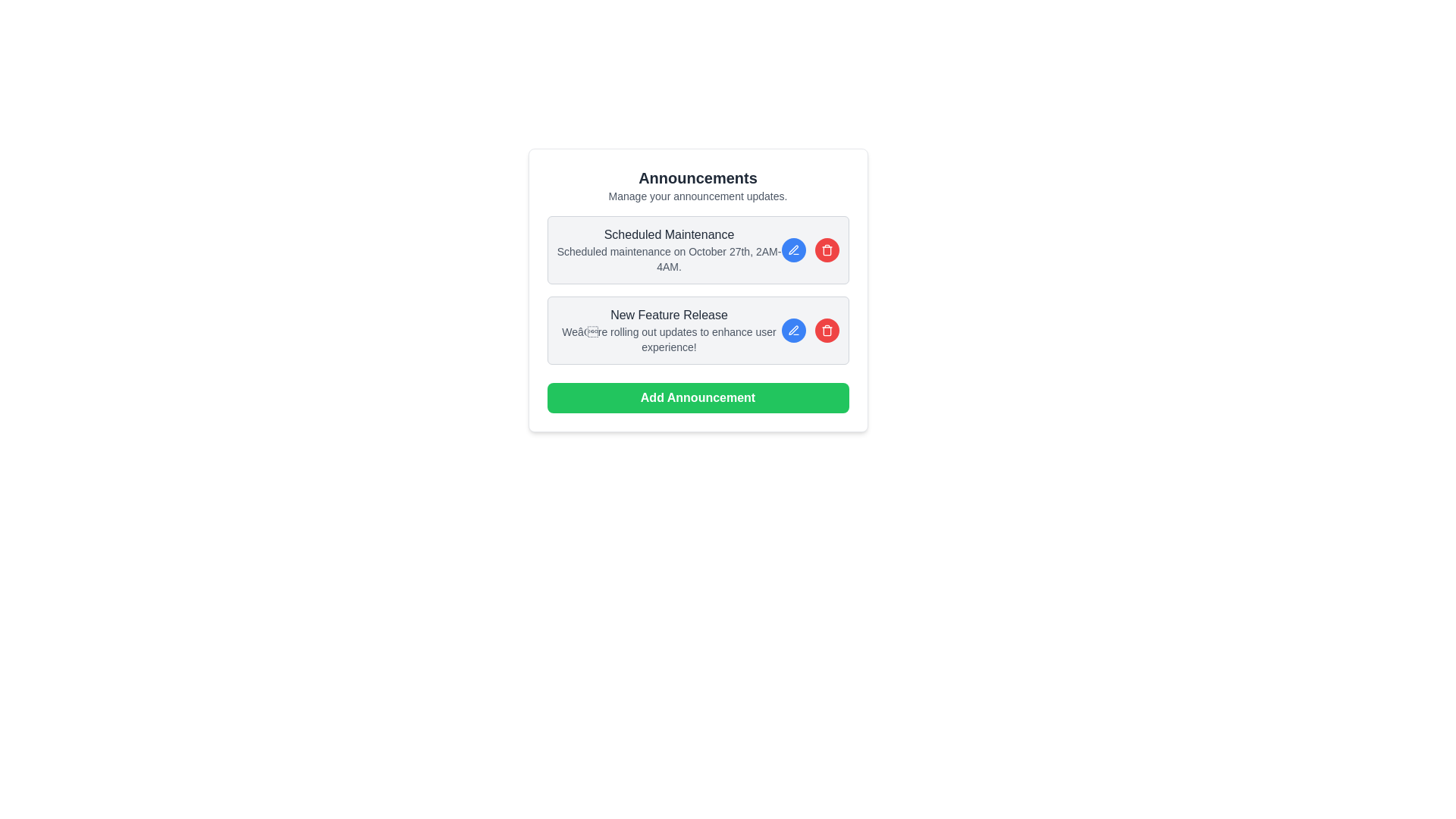 This screenshot has width=1456, height=819. What do you see at coordinates (792, 329) in the screenshot?
I see `the blue circular edit icon with a white pen-line glyph, located to the right of the 'New Feature Release' announcement` at bounding box center [792, 329].